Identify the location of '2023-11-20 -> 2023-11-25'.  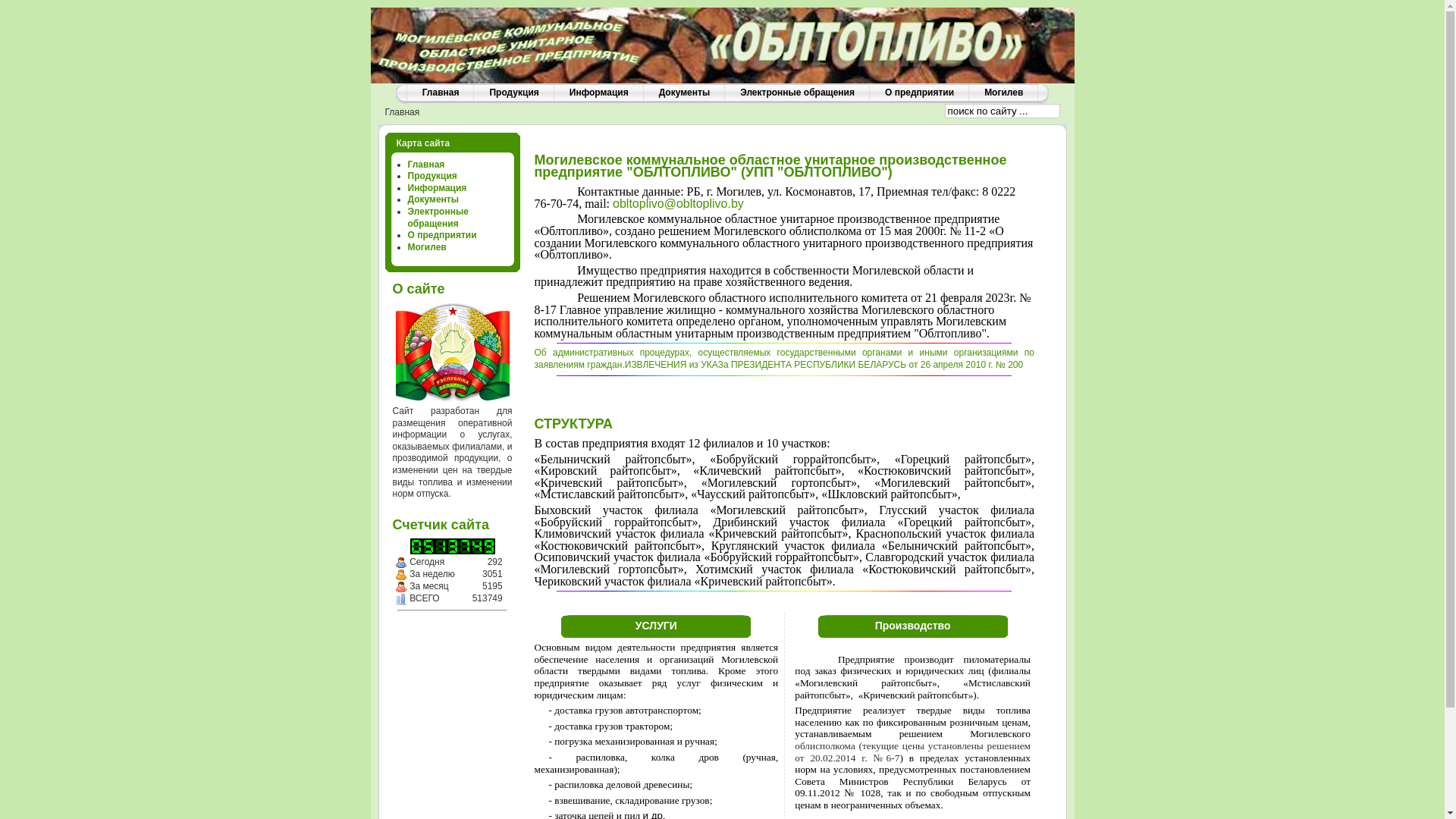
(400, 575).